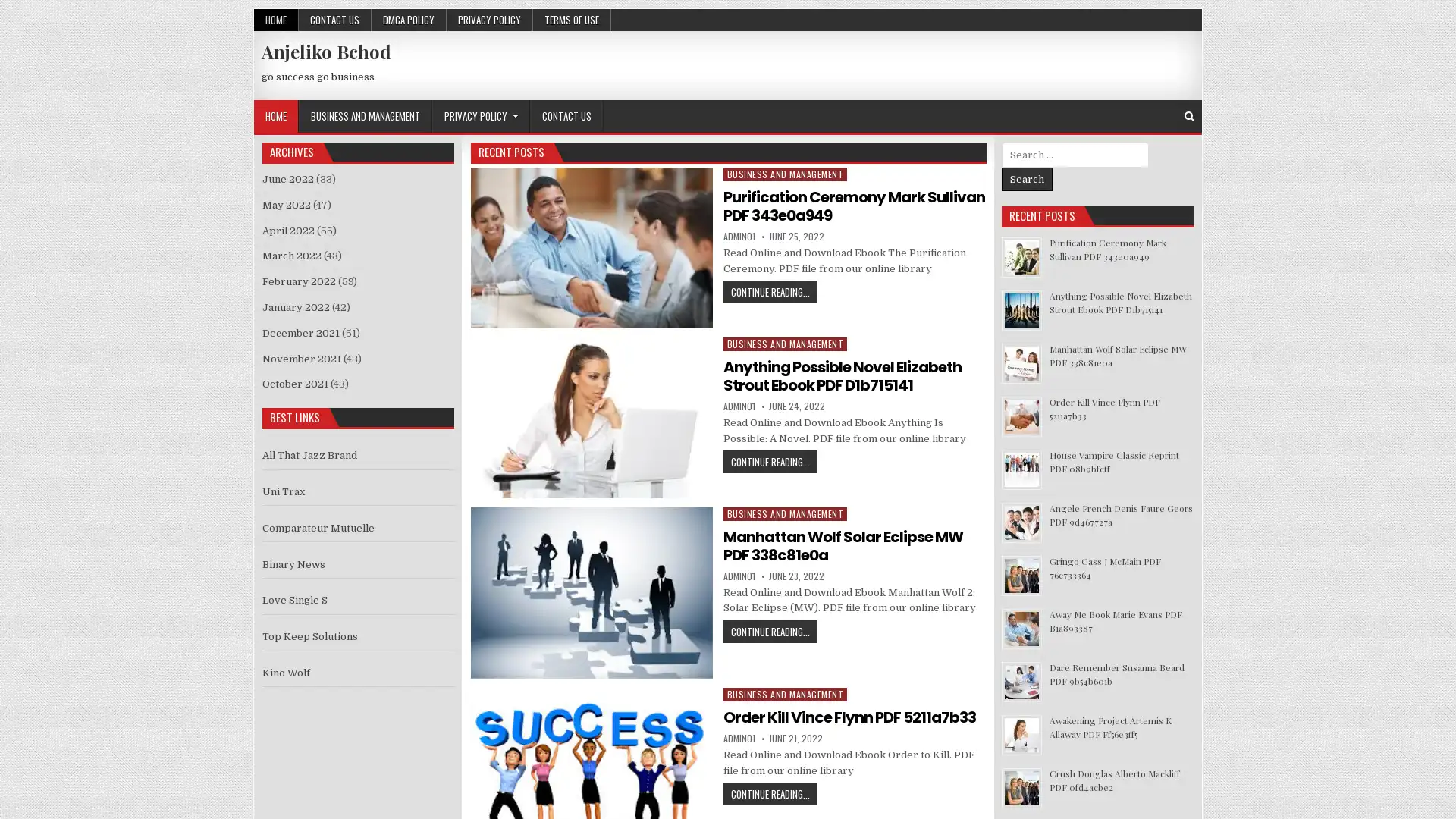 This screenshot has height=819, width=1456. Describe the element at coordinates (1027, 178) in the screenshot. I see `Search` at that location.